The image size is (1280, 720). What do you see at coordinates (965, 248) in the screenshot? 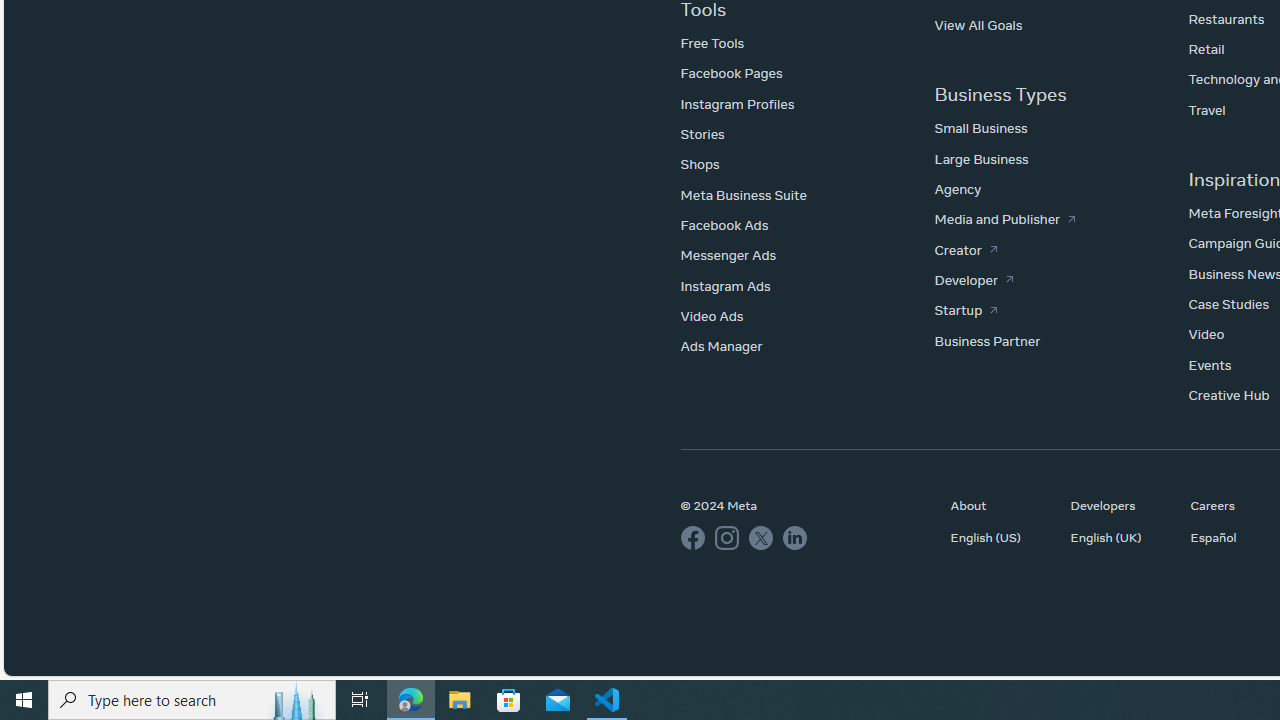
I see `'Creator'` at bounding box center [965, 248].